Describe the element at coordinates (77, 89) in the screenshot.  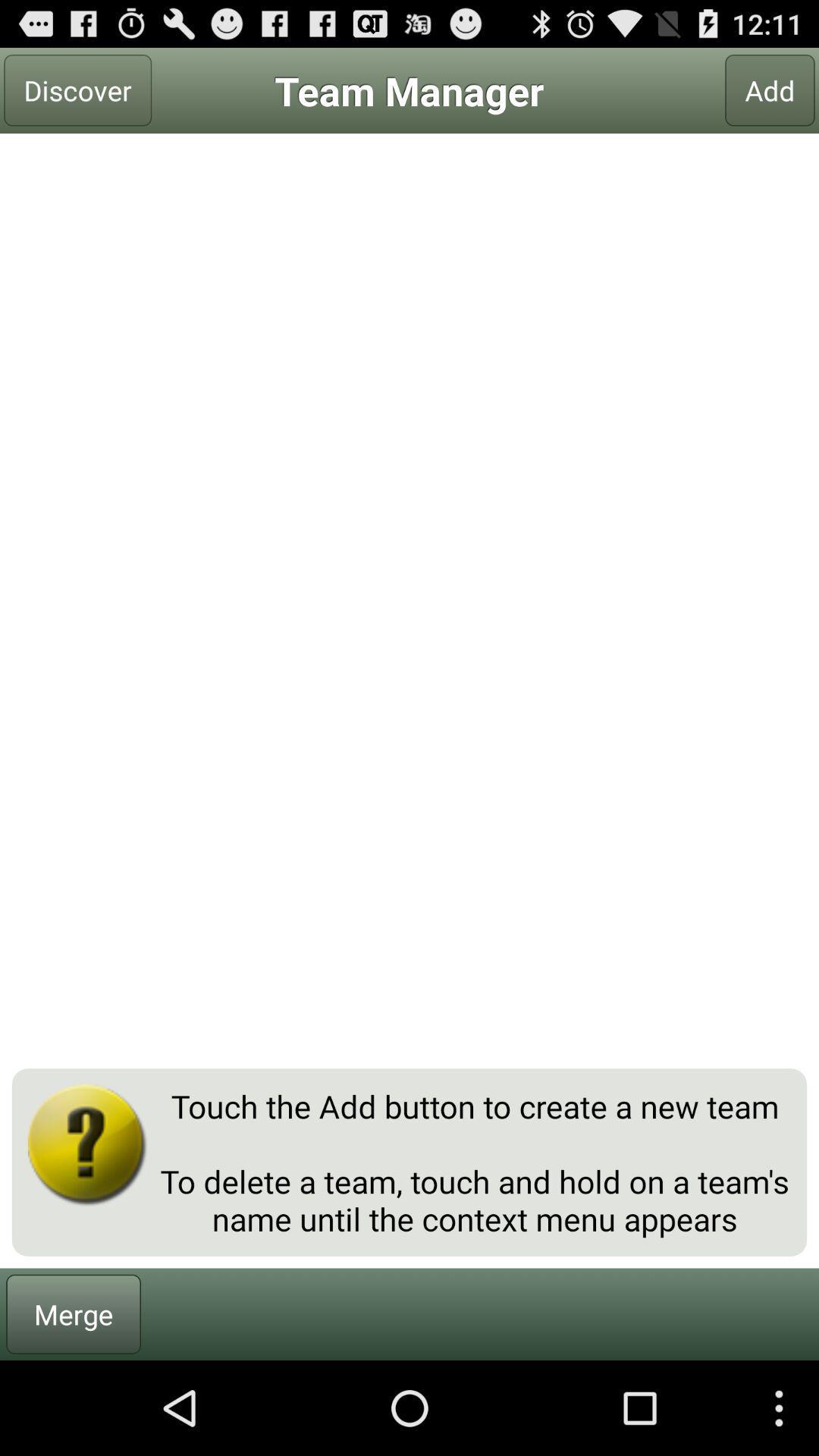
I see `the discover icon` at that location.